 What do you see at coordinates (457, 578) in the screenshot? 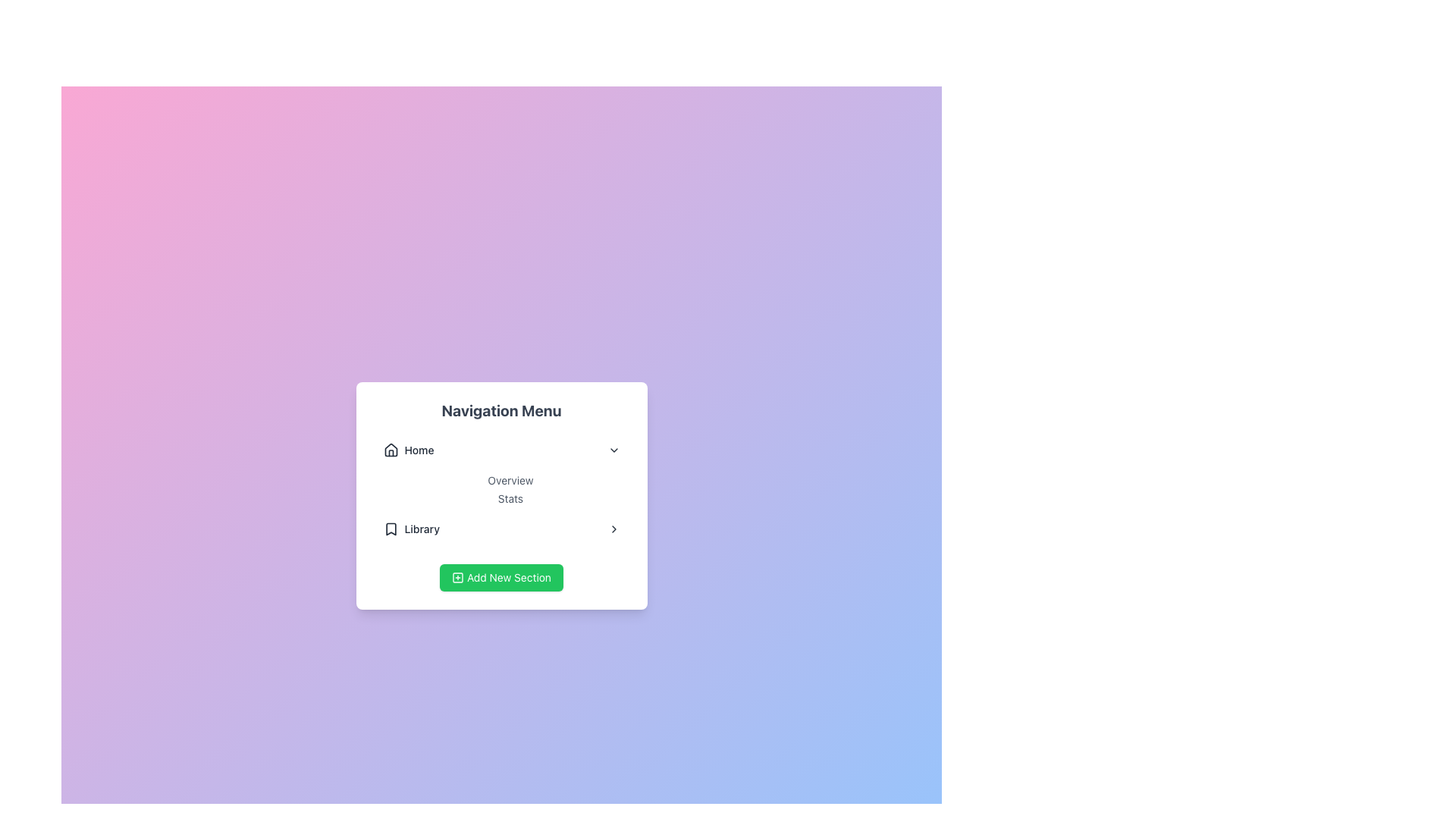
I see `the icon located to the left of the 'Add New Section' green button, which visually reinforces the action of adding a new section` at bounding box center [457, 578].